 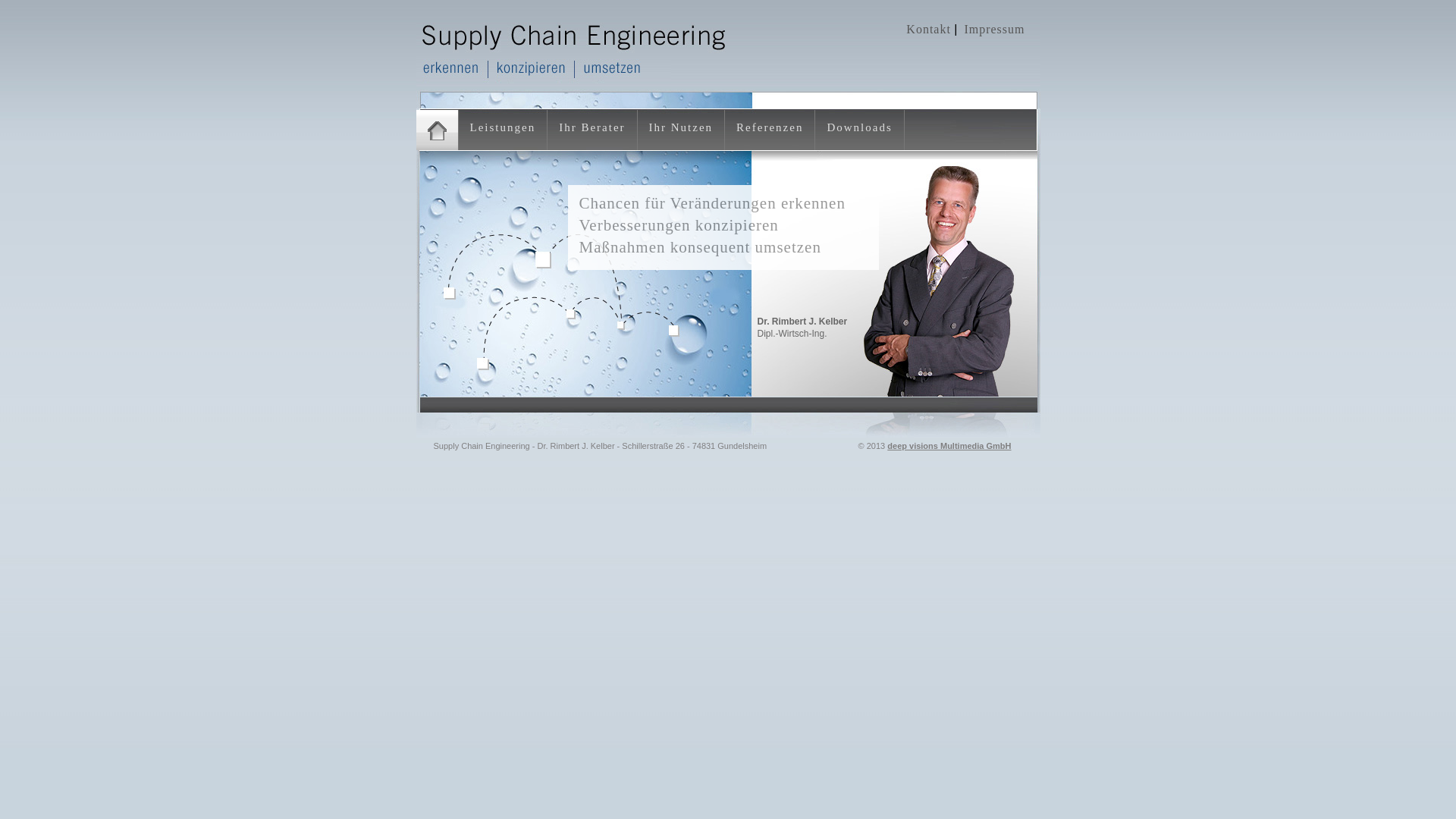 What do you see at coordinates (591, 127) in the screenshot?
I see `'Ihr Berater'` at bounding box center [591, 127].